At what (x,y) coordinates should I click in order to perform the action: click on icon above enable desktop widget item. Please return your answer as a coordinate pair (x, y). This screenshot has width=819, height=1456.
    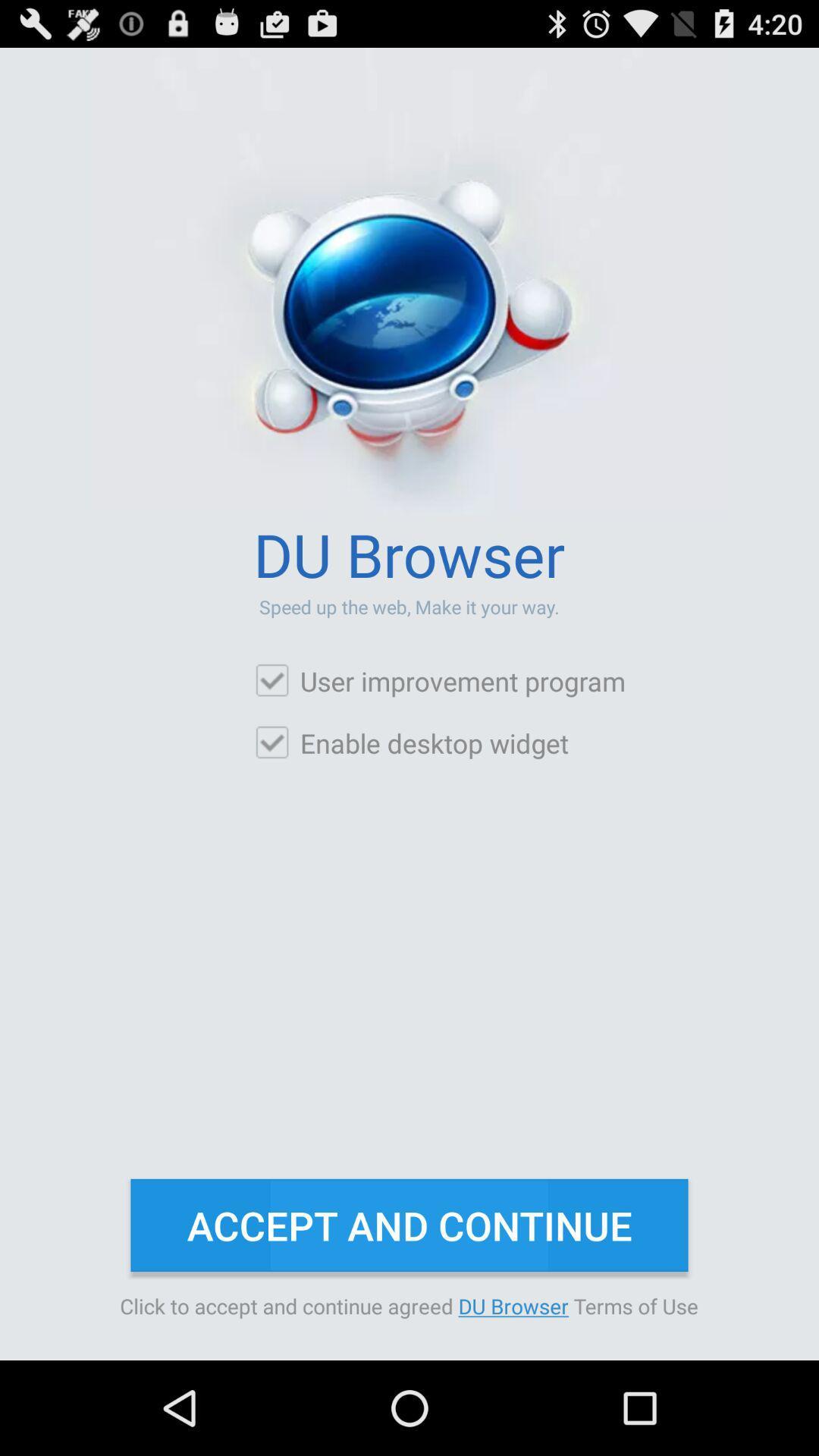
    Looking at the image, I should click on (439, 680).